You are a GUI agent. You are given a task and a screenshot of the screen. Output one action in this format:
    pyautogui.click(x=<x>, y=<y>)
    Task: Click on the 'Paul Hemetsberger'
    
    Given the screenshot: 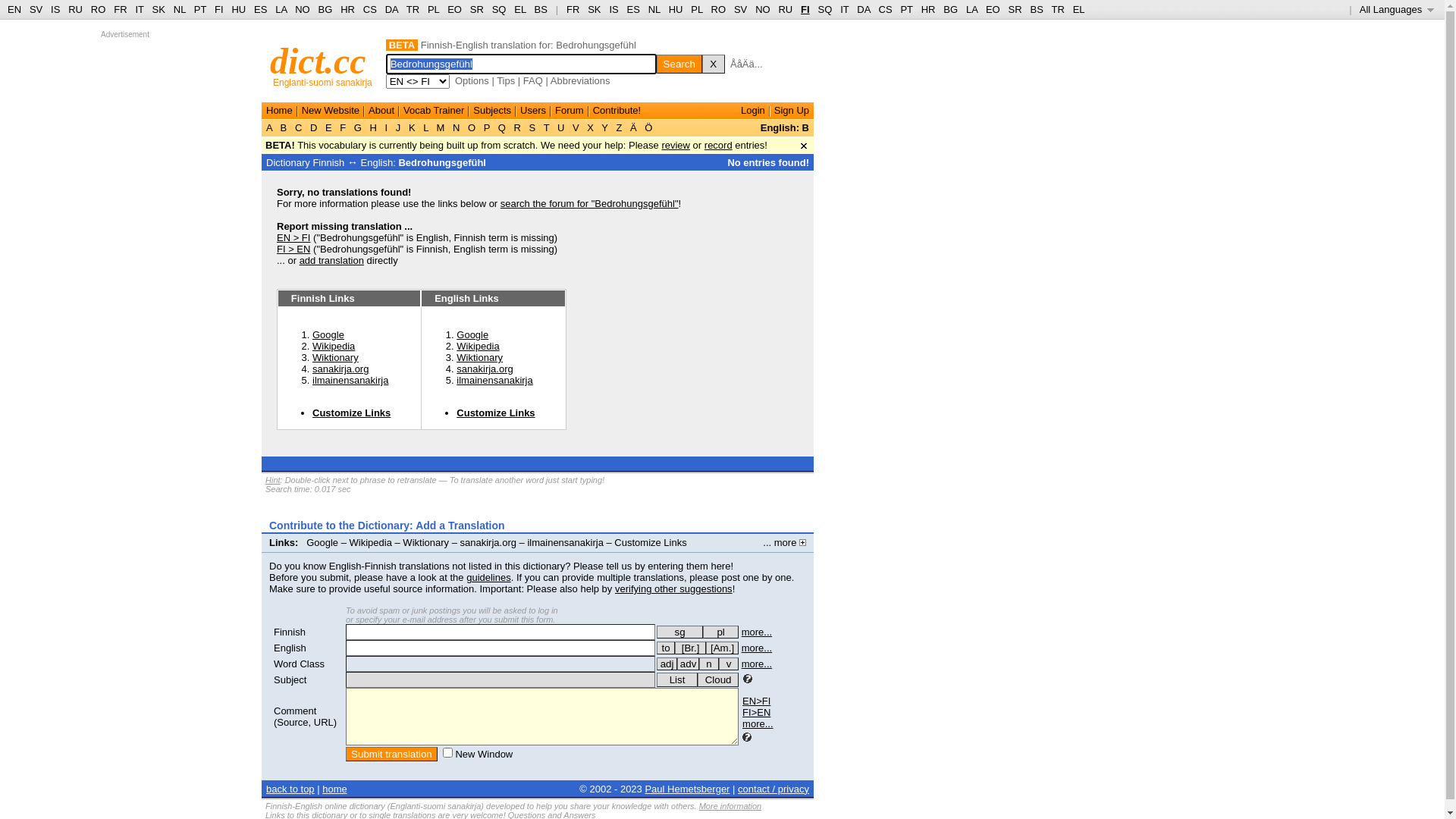 What is the action you would take?
    pyautogui.click(x=686, y=788)
    